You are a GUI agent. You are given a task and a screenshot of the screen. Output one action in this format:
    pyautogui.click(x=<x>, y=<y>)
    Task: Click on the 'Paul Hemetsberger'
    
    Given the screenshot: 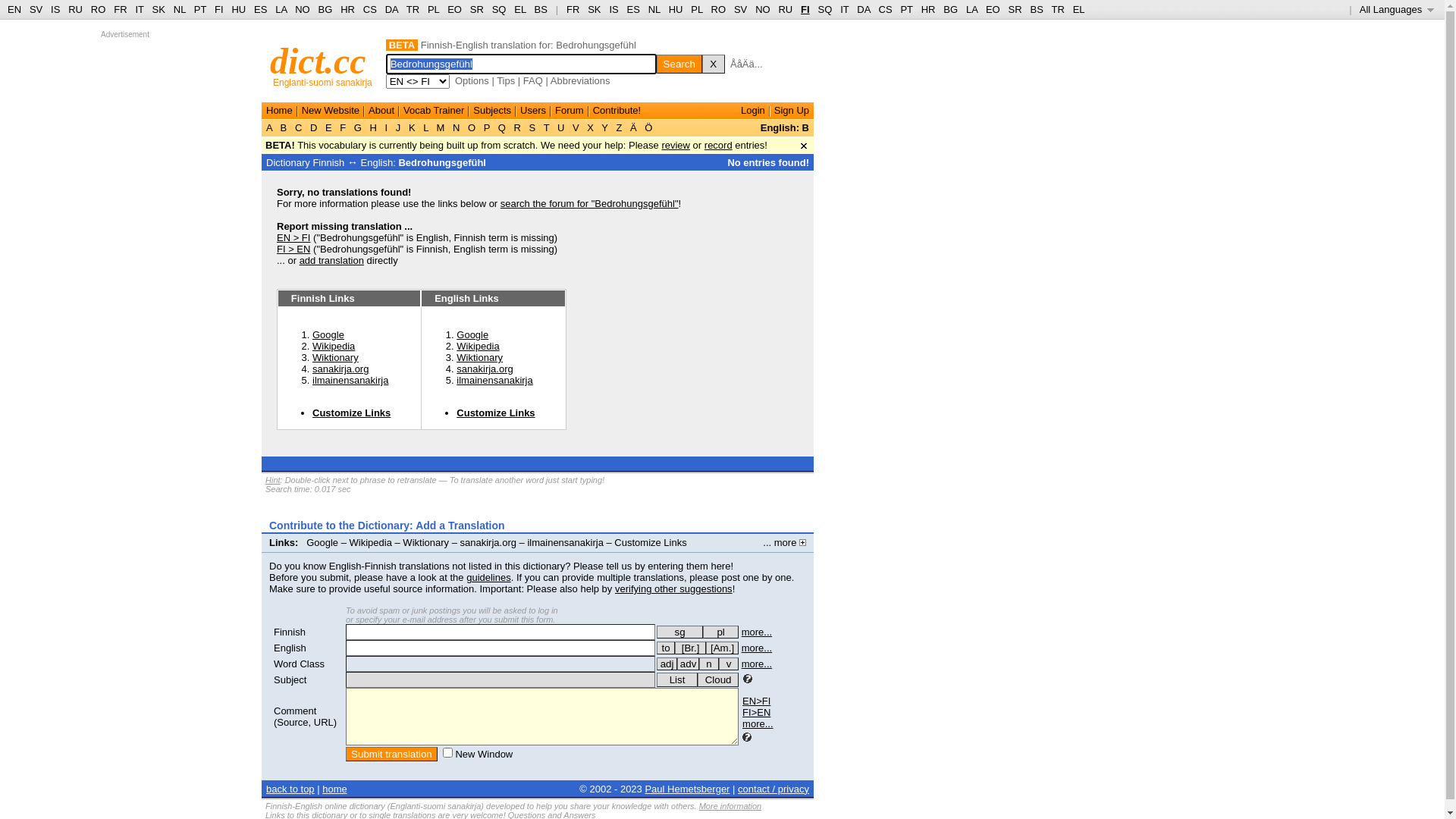 What is the action you would take?
    pyautogui.click(x=686, y=788)
    